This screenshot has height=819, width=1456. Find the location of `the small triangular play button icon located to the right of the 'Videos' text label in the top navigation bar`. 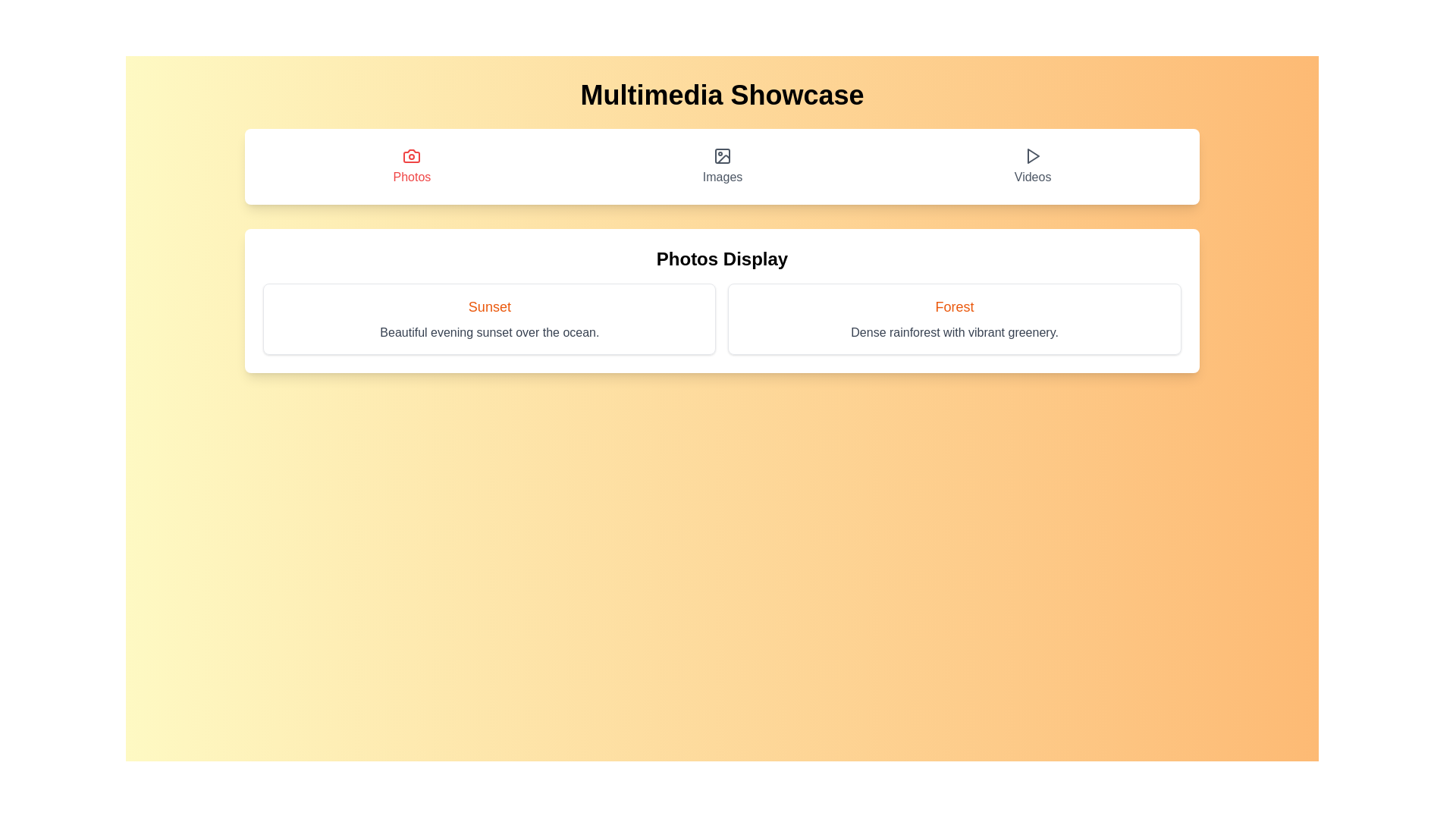

the small triangular play button icon located to the right of the 'Videos' text label in the top navigation bar is located at coordinates (1033, 155).